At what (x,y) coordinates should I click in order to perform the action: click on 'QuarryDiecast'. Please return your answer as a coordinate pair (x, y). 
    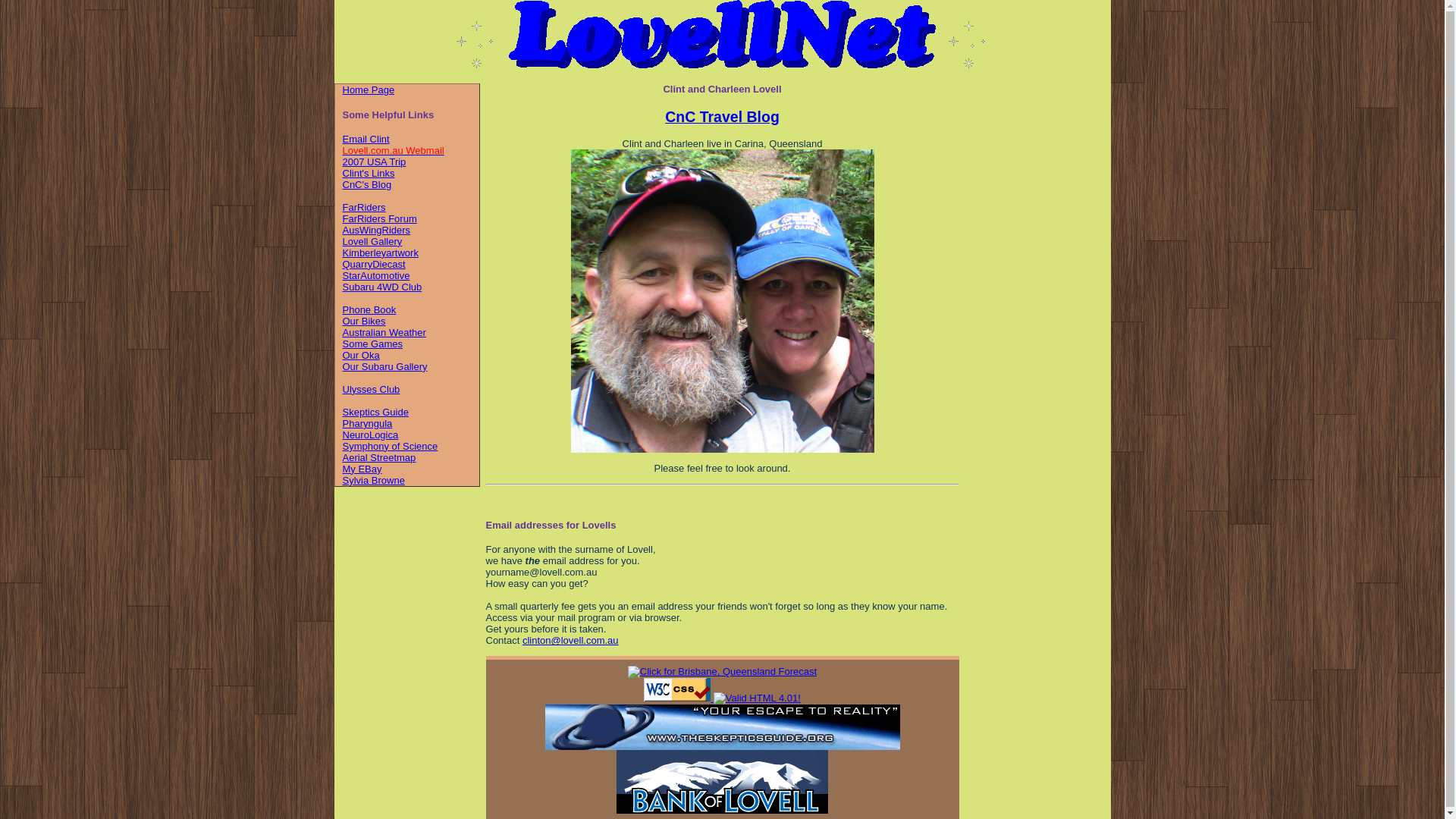
    Looking at the image, I should click on (374, 263).